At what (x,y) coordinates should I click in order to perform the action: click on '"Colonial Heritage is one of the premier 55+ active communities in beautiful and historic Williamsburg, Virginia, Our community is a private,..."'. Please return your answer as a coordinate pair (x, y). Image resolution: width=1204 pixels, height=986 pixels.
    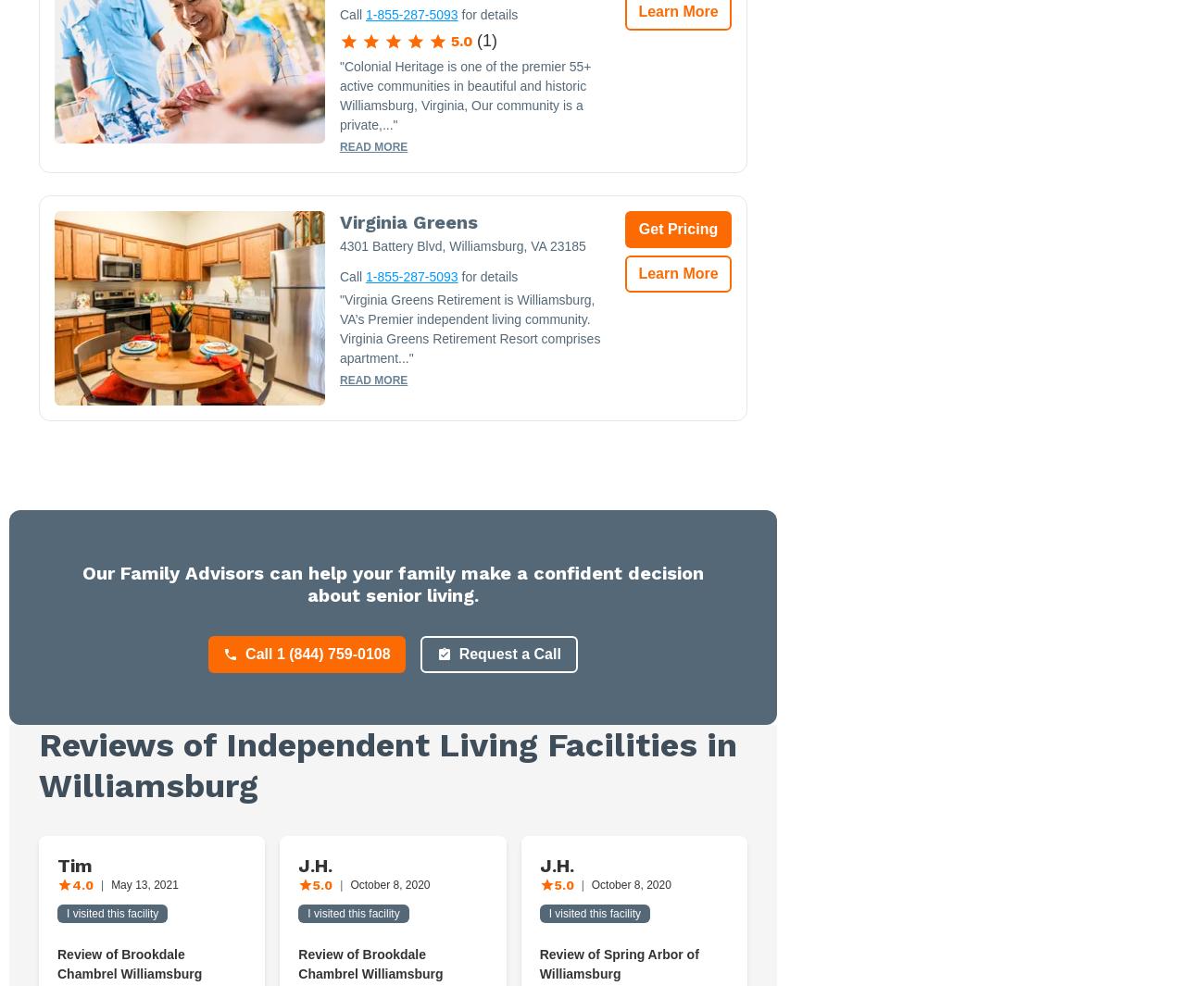
    Looking at the image, I should click on (465, 94).